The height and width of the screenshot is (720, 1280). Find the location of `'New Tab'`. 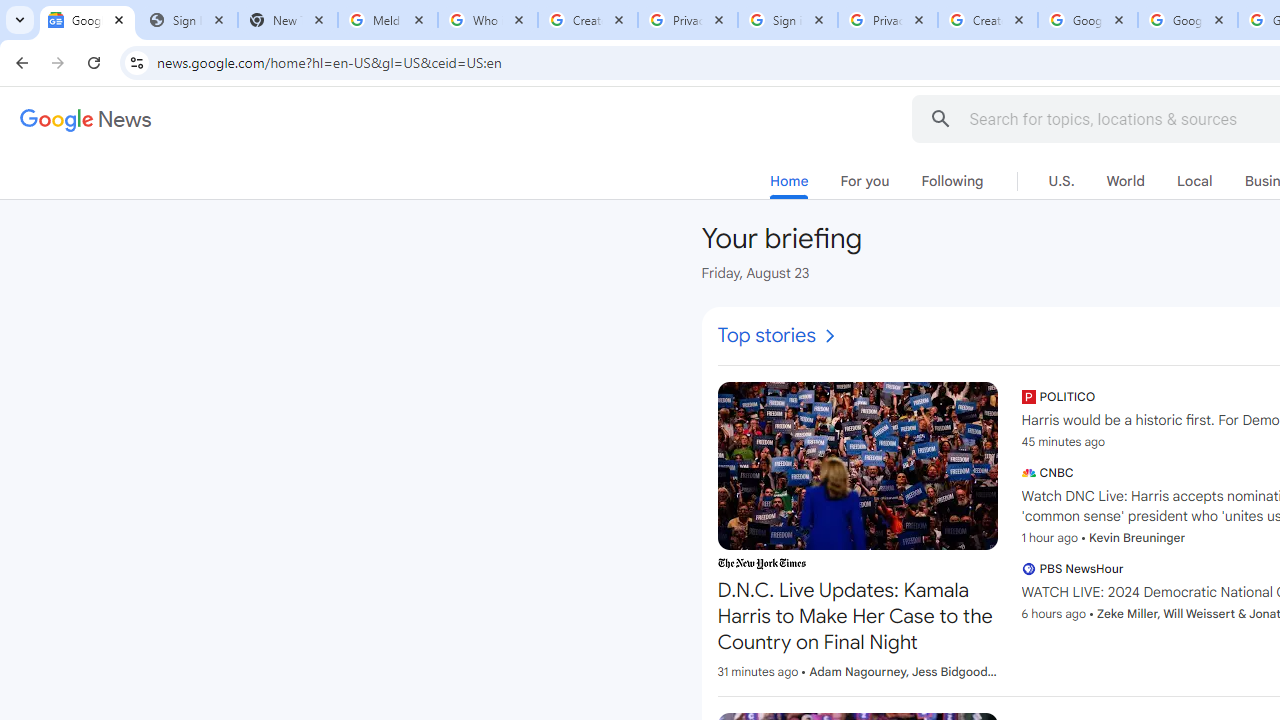

'New Tab' is located at coordinates (287, 20).